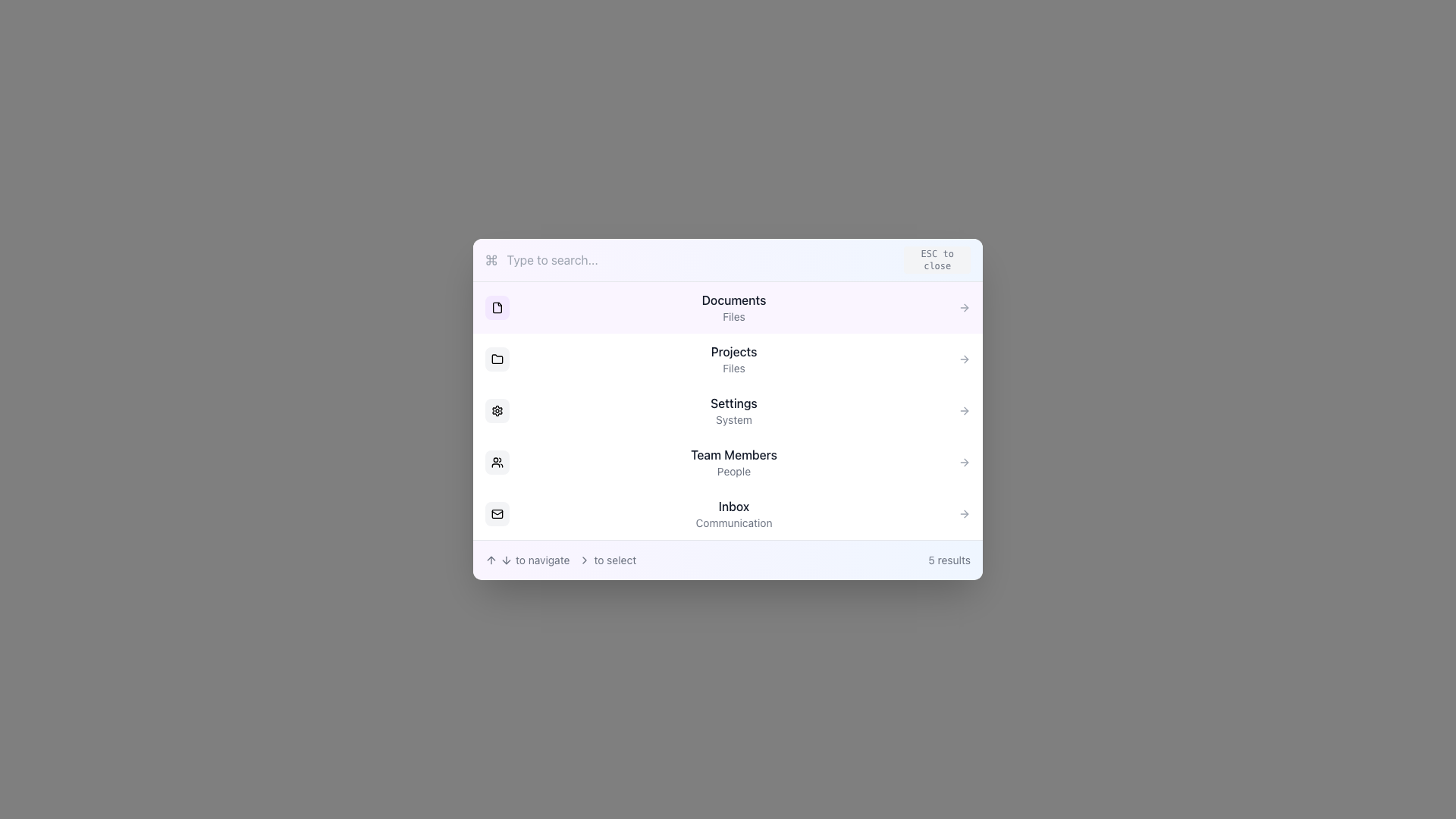 This screenshot has height=819, width=1456. Describe the element at coordinates (497, 411) in the screenshot. I see `the settings icon button, which is a small rounded rectangle with a gear icon` at that location.